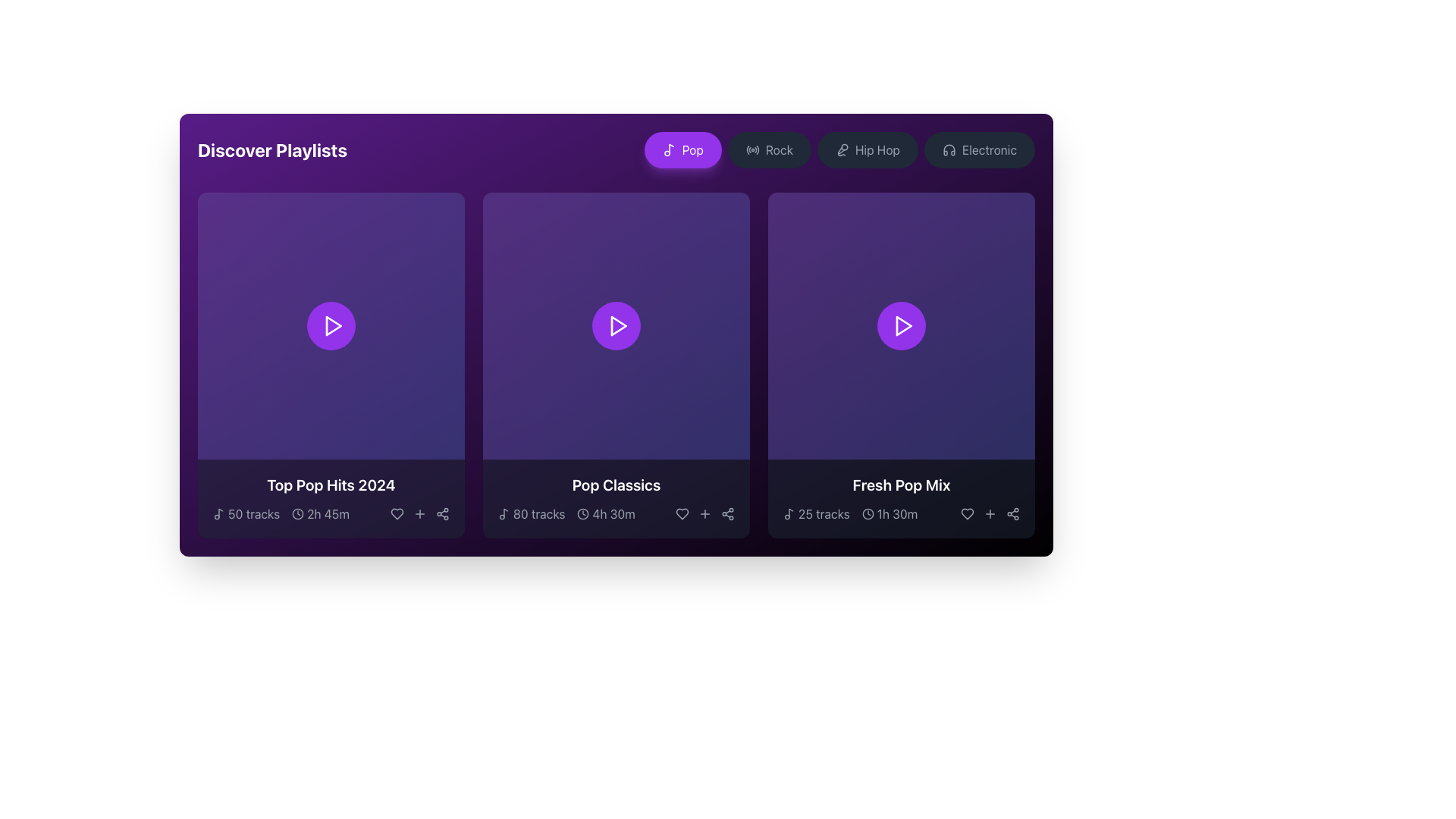 The height and width of the screenshot is (819, 1456). I want to click on the play button located centrally within the 'Pop Classics' playlist card to initiate playback of the playlist, so click(618, 325).